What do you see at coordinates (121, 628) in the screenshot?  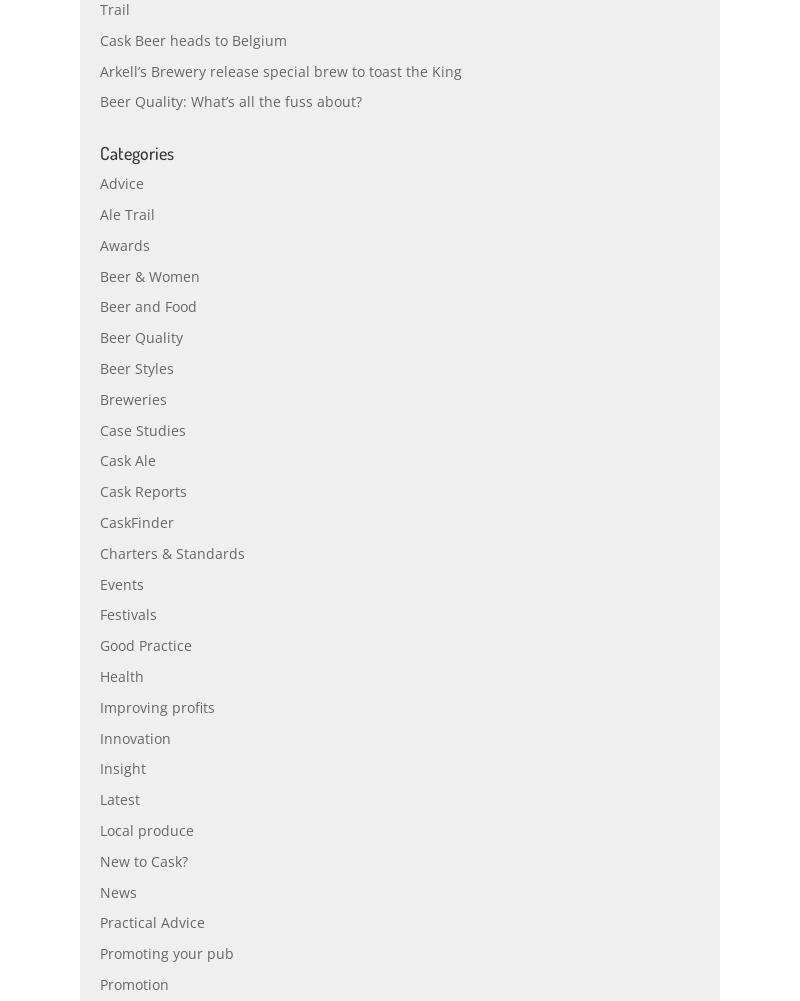 I see `'Events'` at bounding box center [121, 628].